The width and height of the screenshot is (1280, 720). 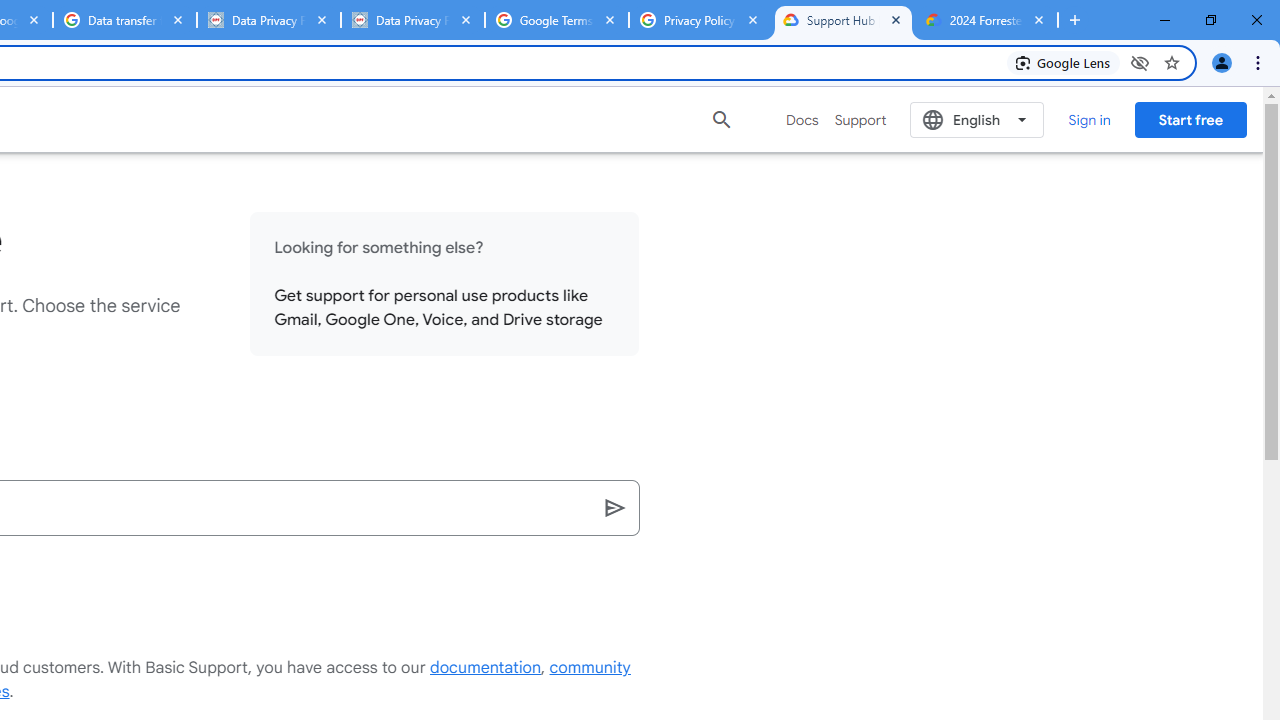 I want to click on 'documentation', so click(x=485, y=668).